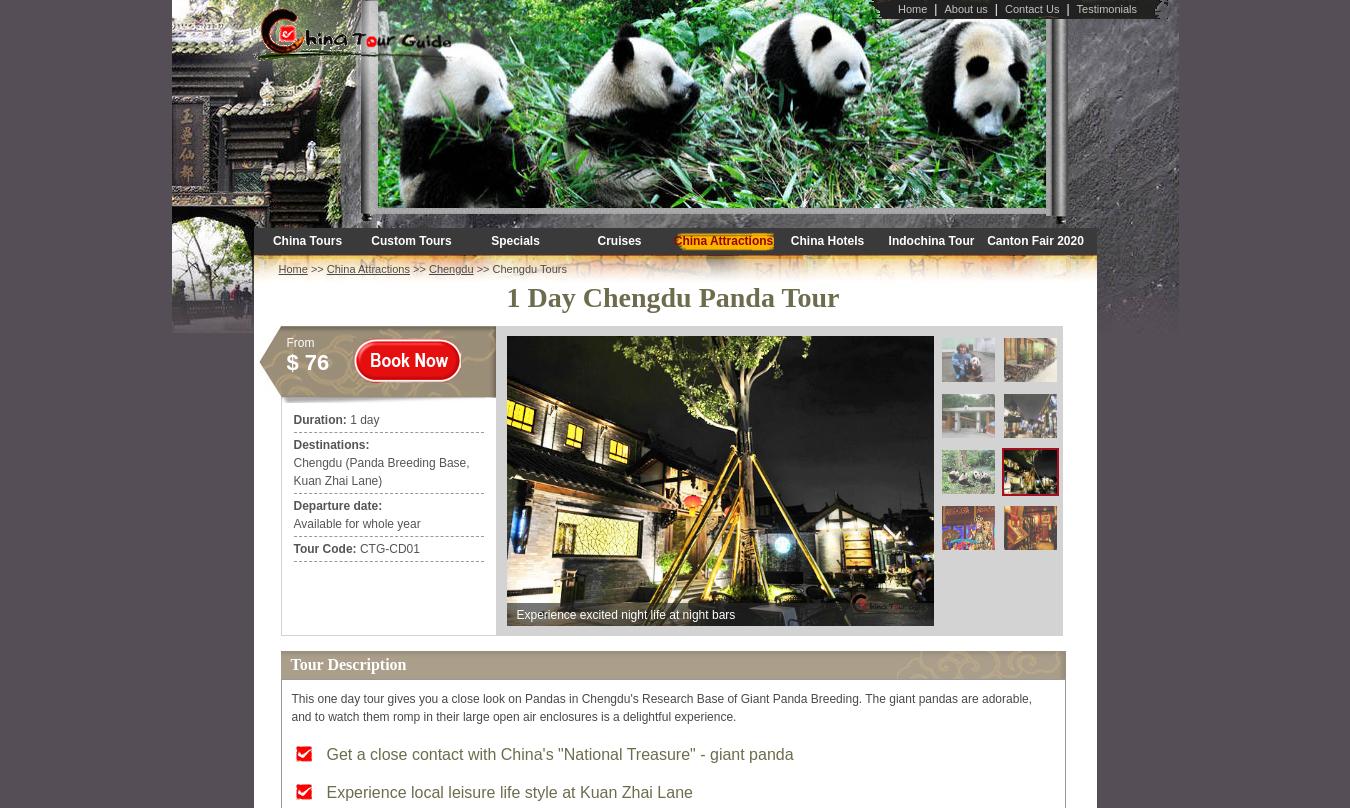 Image resolution: width=1350 pixels, height=808 pixels. I want to click on 'Destinations:', so click(330, 444).